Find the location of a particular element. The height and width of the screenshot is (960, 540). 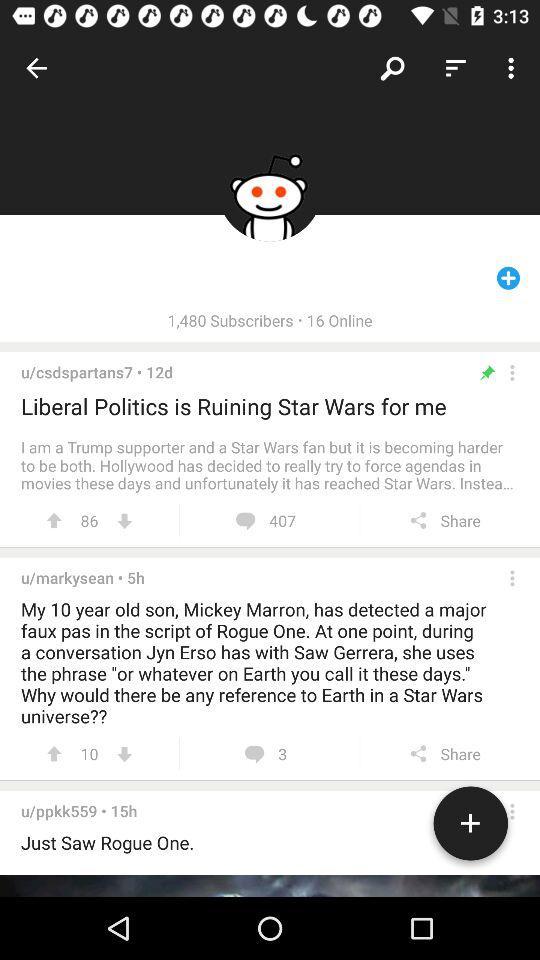

icon above the 16 online is located at coordinates (393, 68).